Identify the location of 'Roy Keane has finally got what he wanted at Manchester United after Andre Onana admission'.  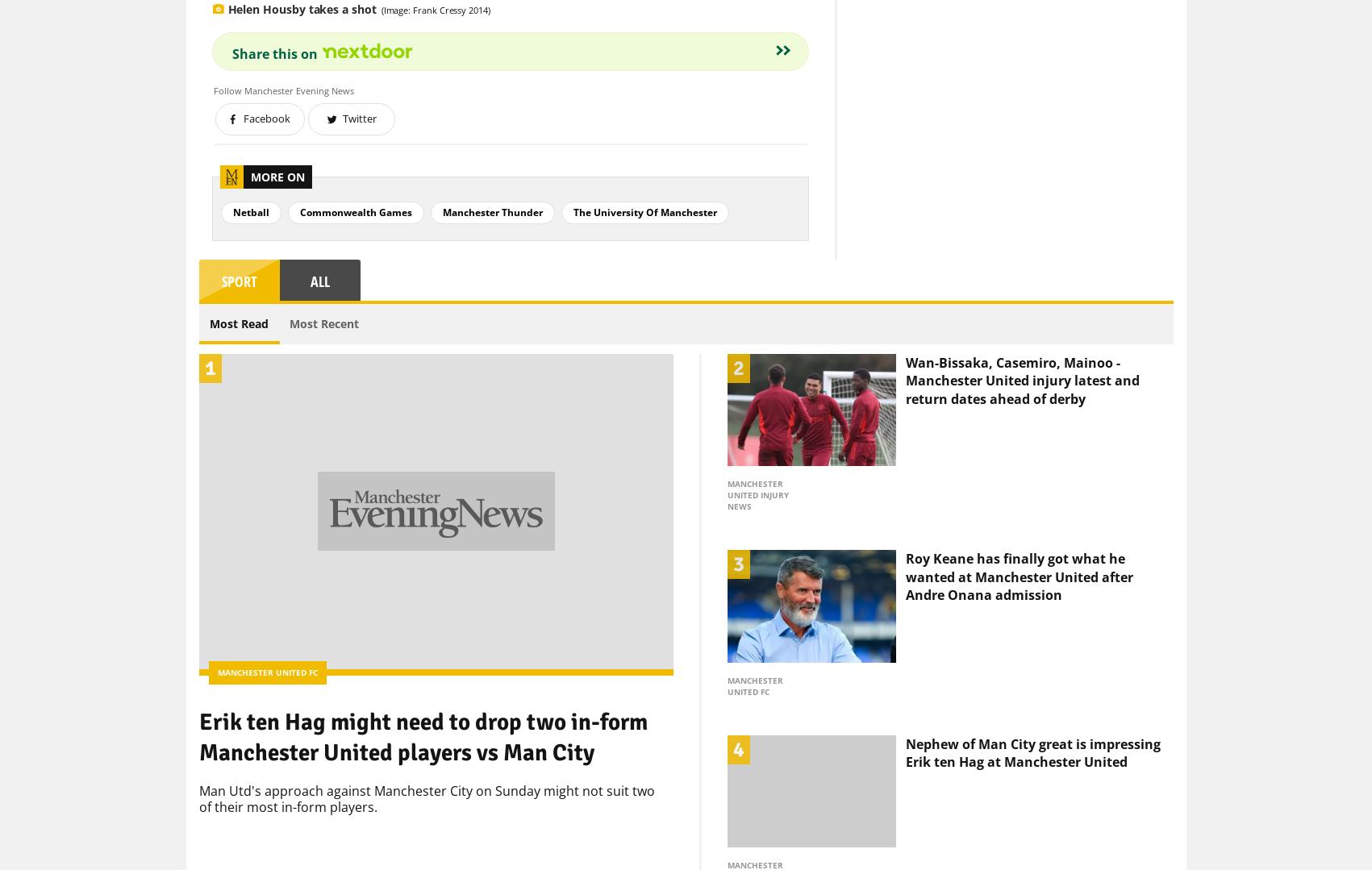
(1018, 550).